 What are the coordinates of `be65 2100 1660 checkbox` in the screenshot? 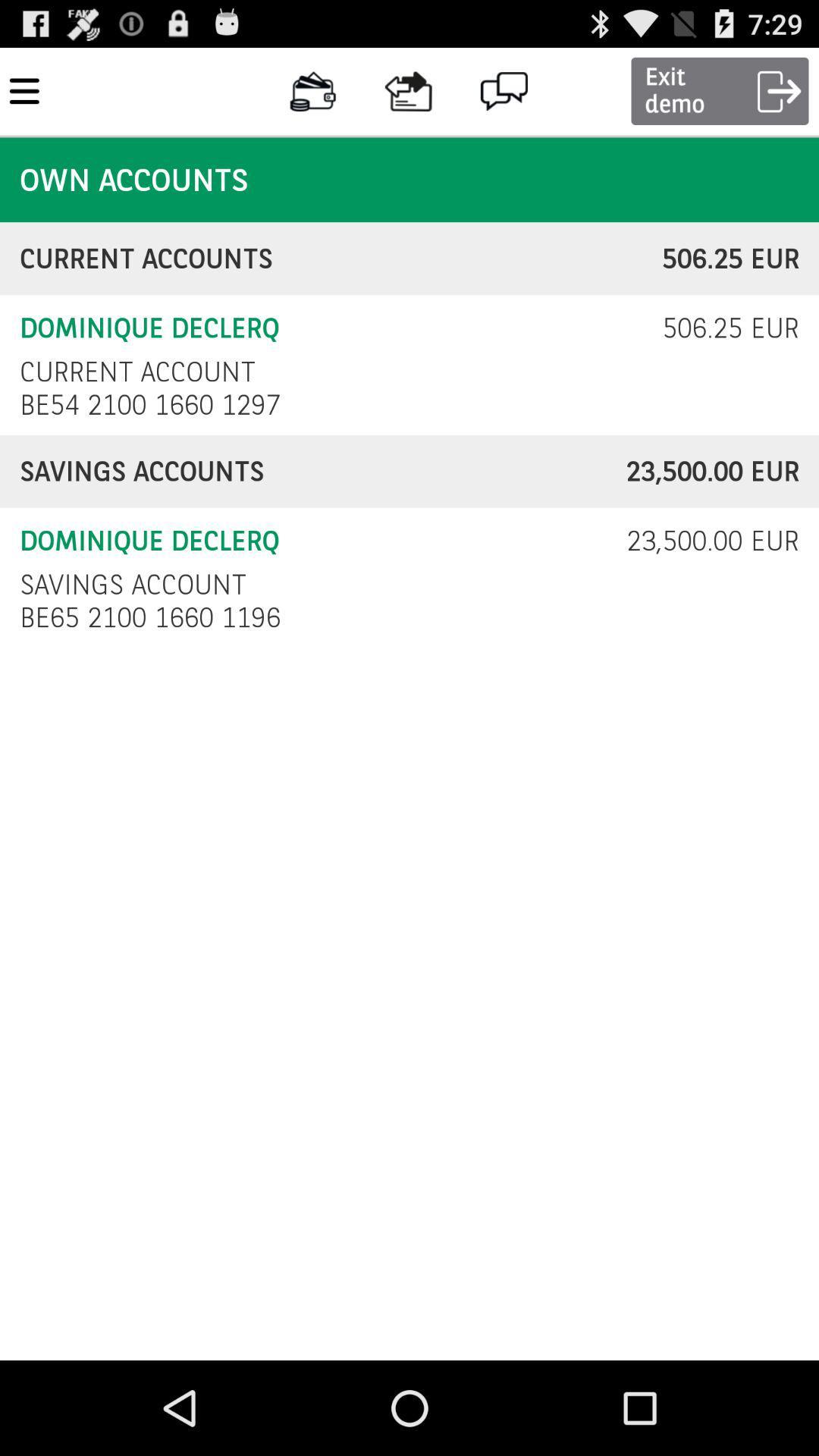 It's located at (154, 617).